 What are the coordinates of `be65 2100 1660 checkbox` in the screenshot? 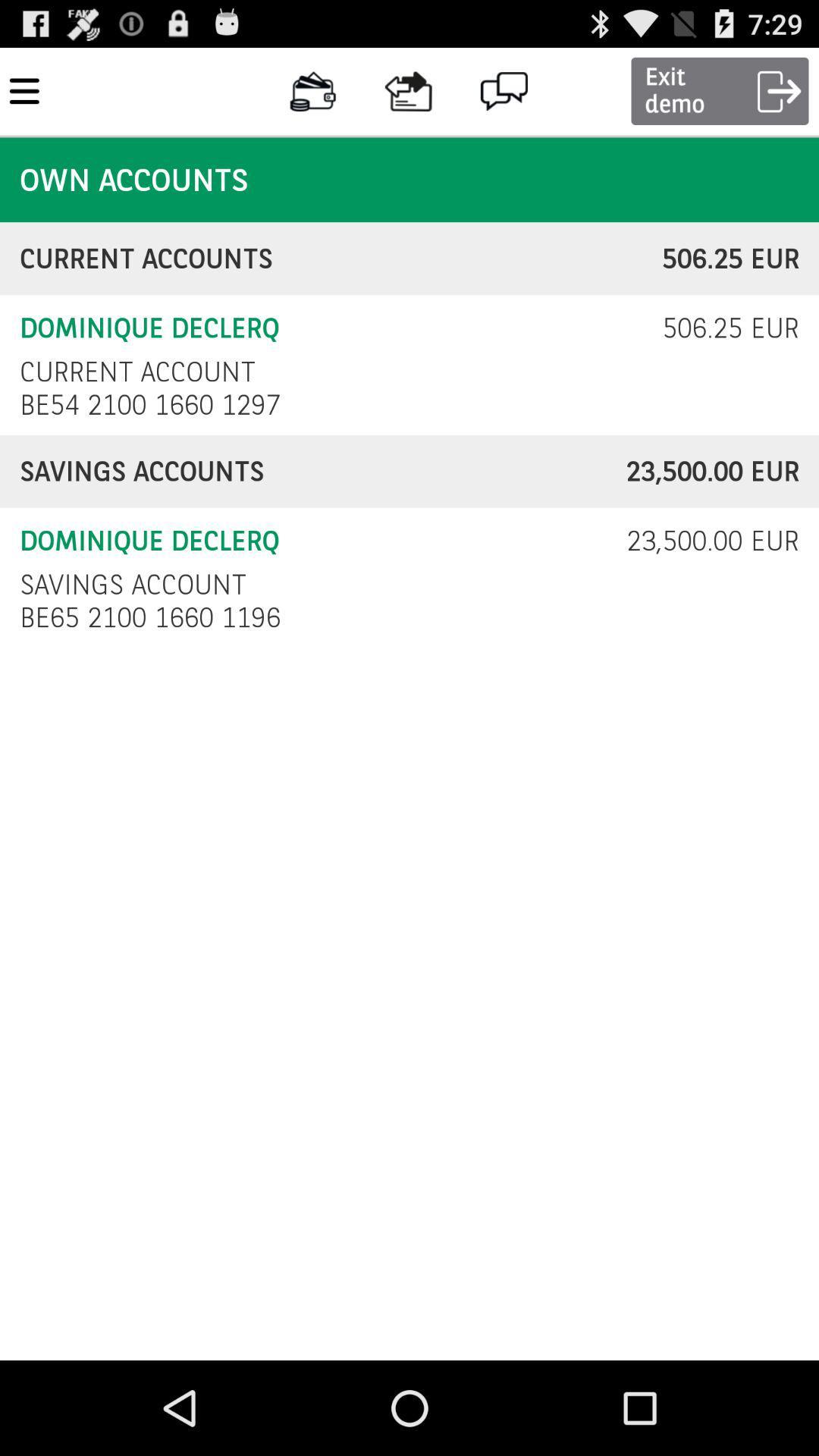 It's located at (154, 617).